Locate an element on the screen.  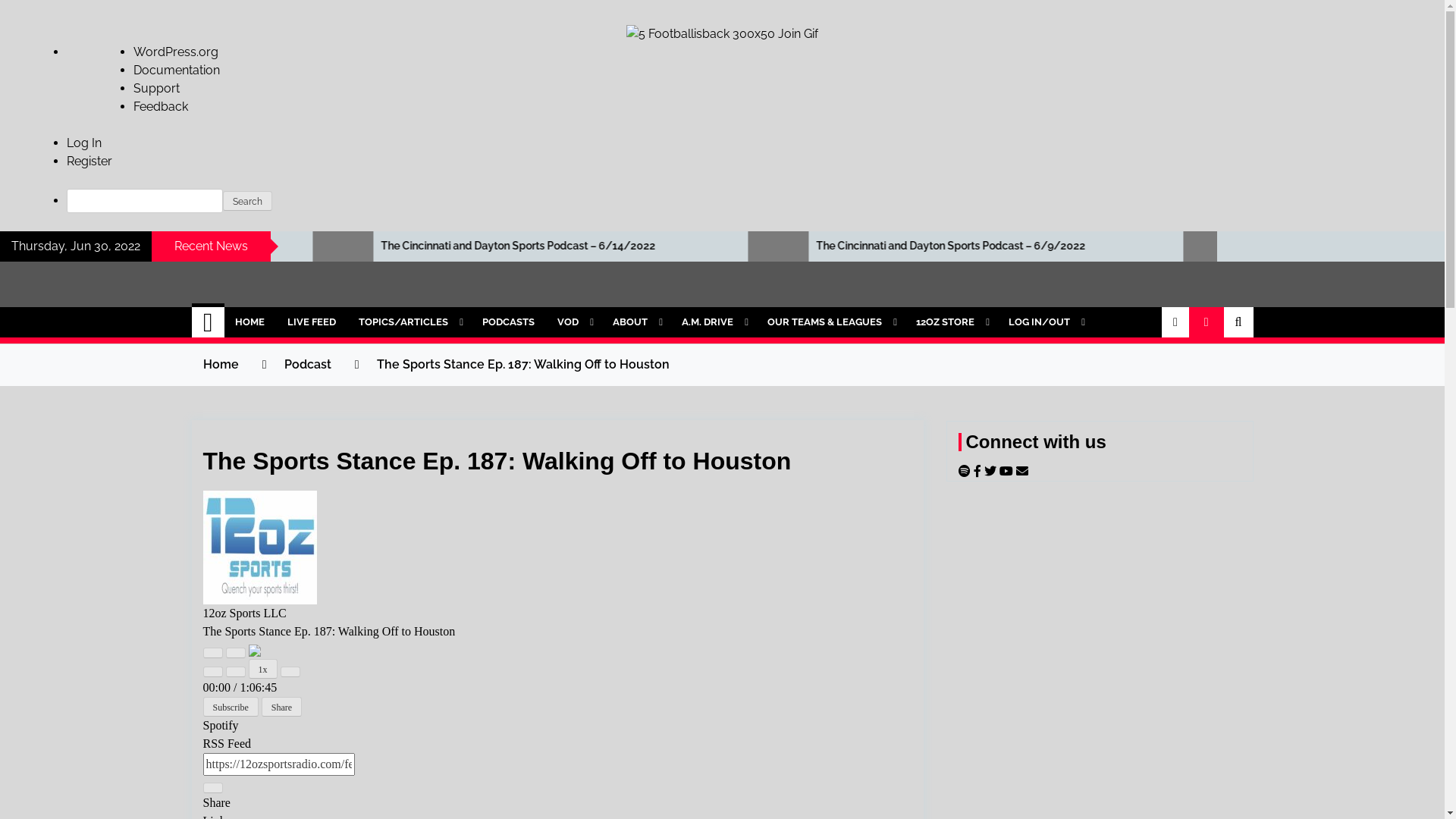
'Home' is located at coordinates (220, 364).